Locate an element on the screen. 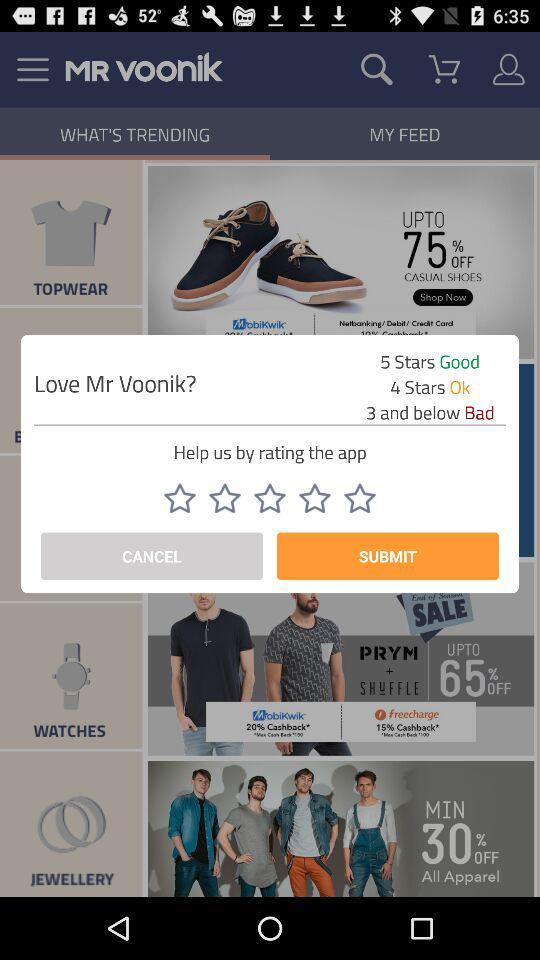 This screenshot has width=540, height=960. rate the app is located at coordinates (359, 497).